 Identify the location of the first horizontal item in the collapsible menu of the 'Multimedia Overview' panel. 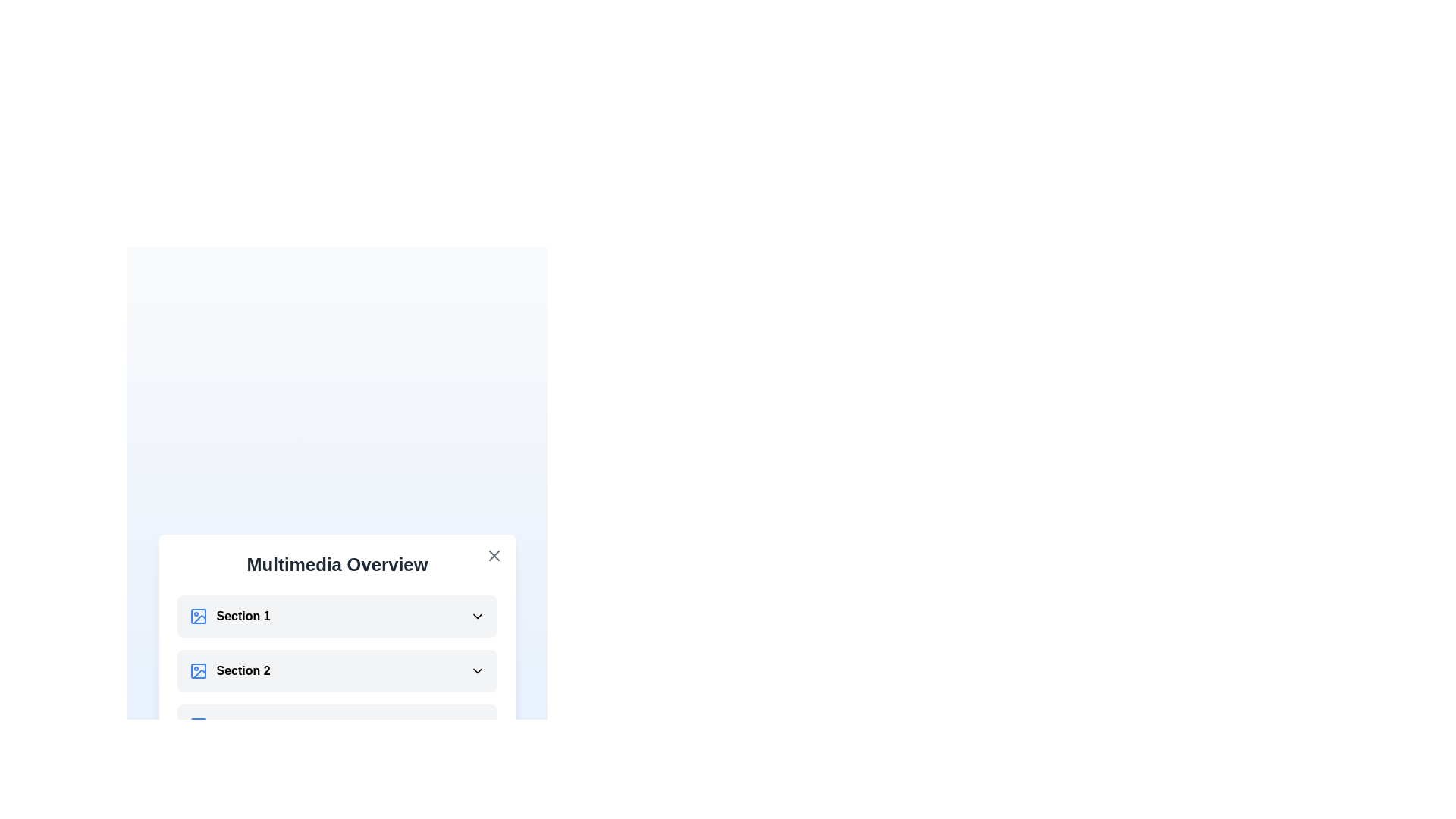
(229, 617).